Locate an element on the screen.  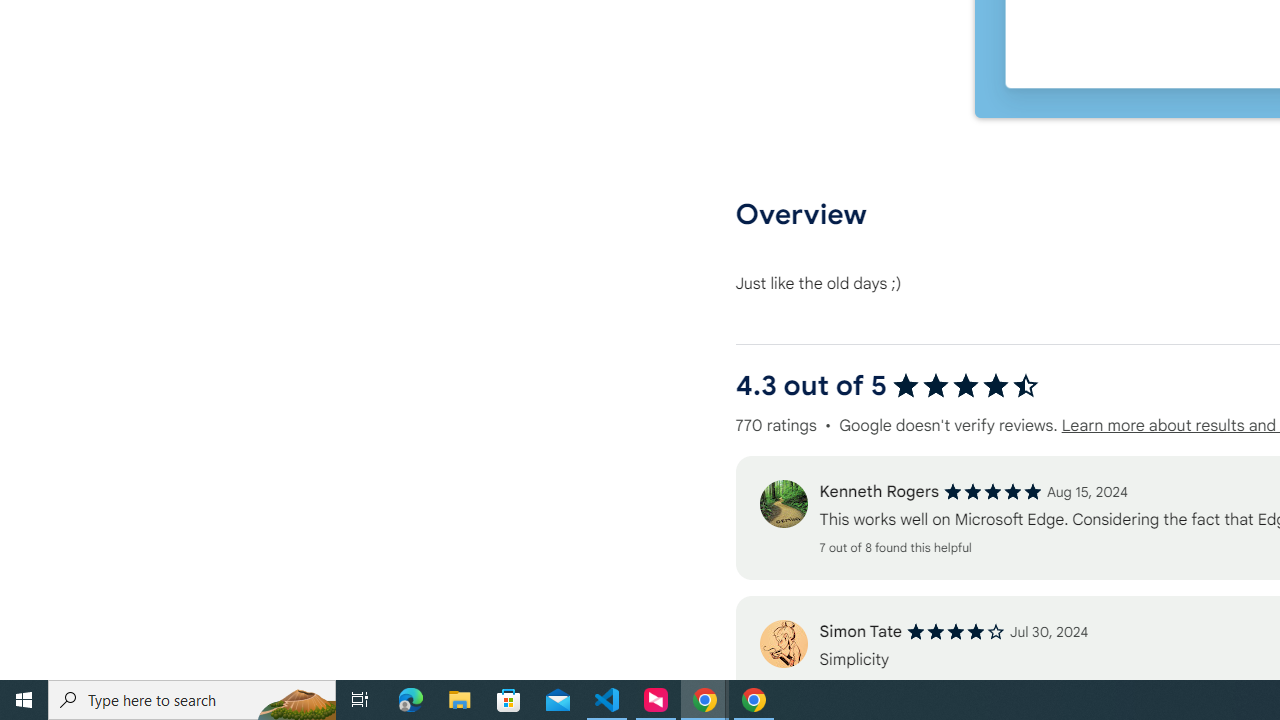
'4 out of 5 stars' is located at coordinates (955, 632).